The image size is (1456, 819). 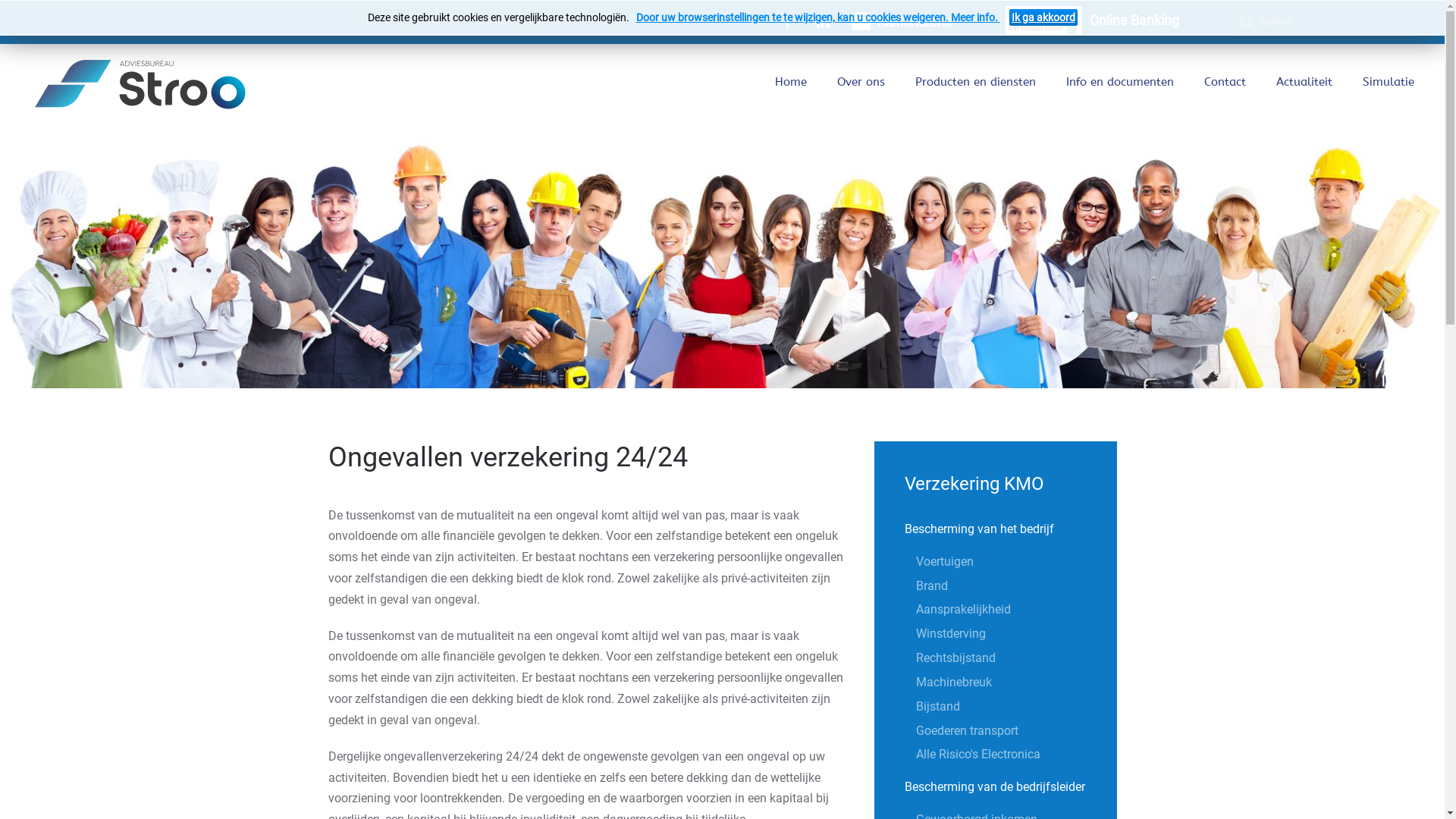 What do you see at coordinates (1016, 608) in the screenshot?
I see `'Aansprakelijkheid'` at bounding box center [1016, 608].